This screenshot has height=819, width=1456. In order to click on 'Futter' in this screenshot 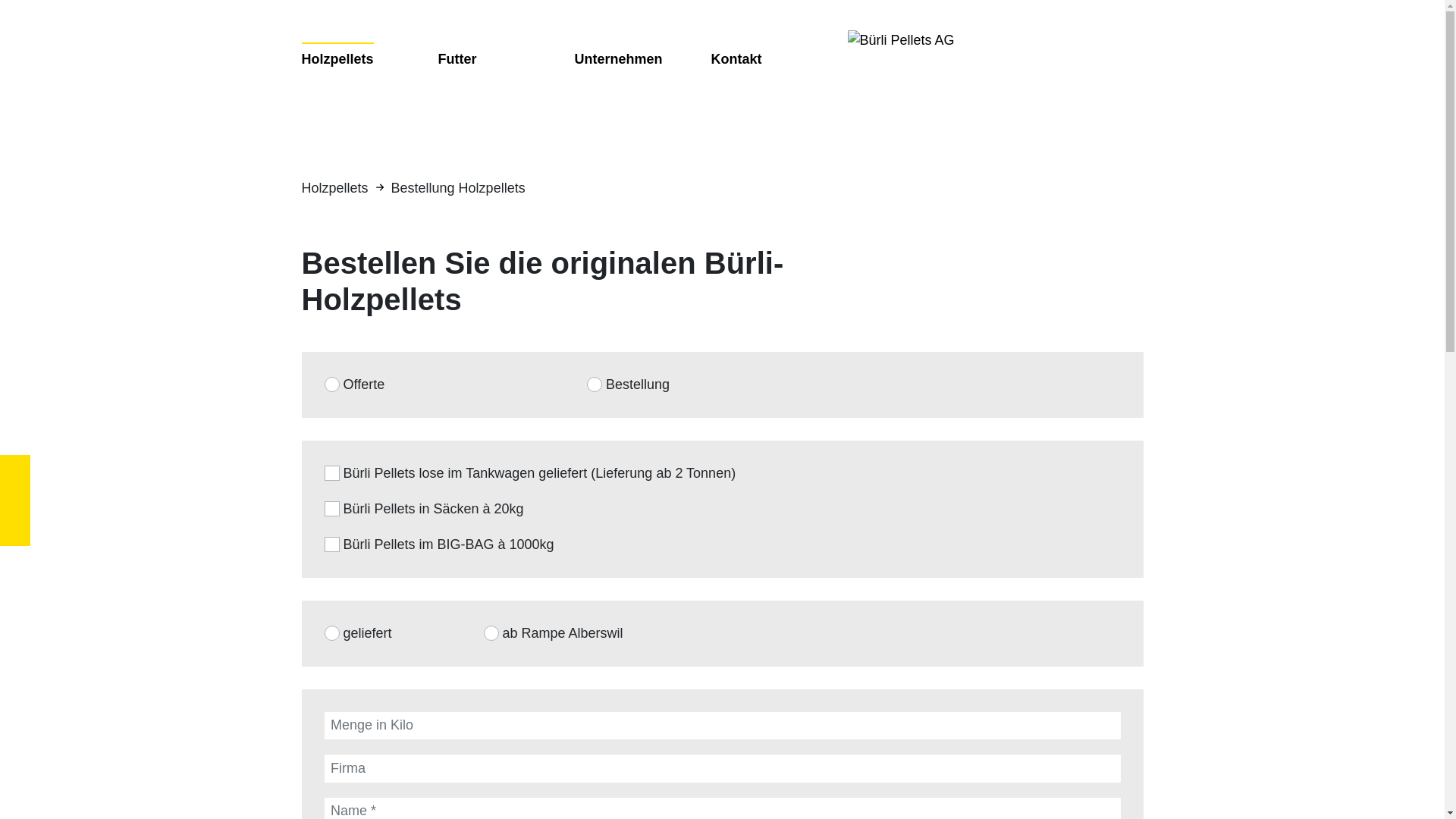, I will do `click(457, 58)`.